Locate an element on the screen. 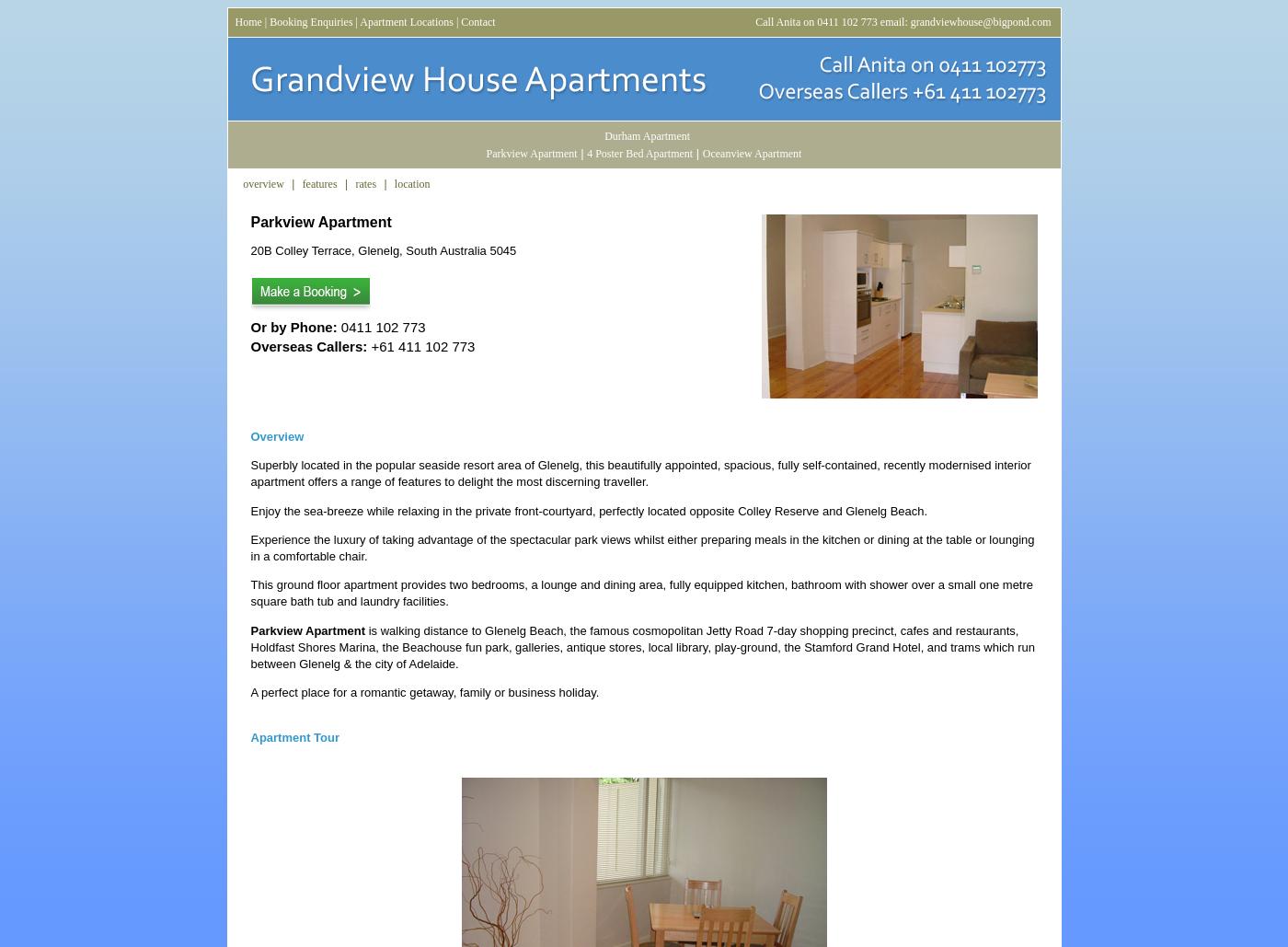 This screenshot has width=1288, height=947. 'features' is located at coordinates (319, 184).